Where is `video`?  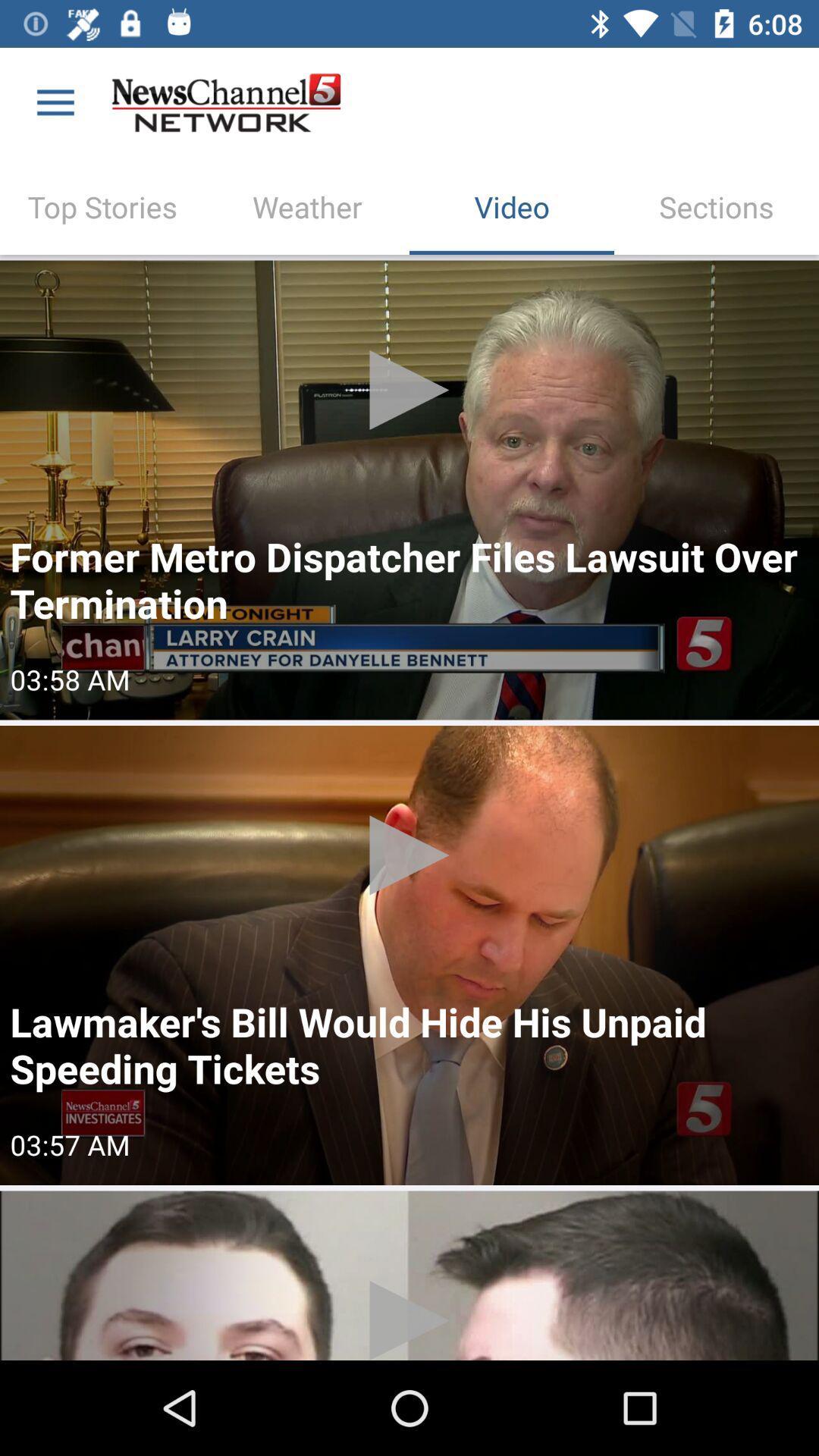
video is located at coordinates (409, 490).